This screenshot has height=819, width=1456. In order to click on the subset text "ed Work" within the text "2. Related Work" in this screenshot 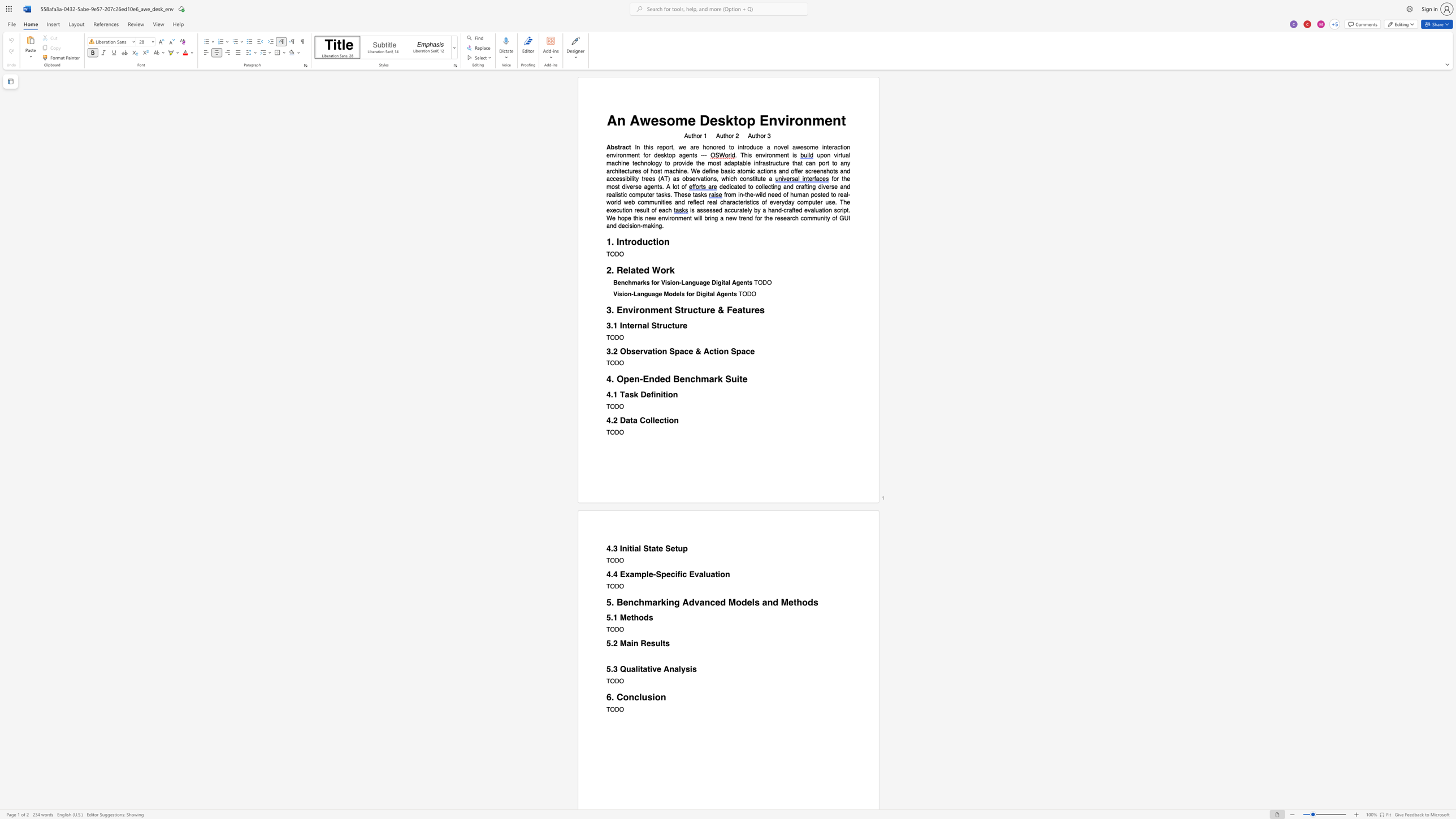, I will do `click(638, 270)`.